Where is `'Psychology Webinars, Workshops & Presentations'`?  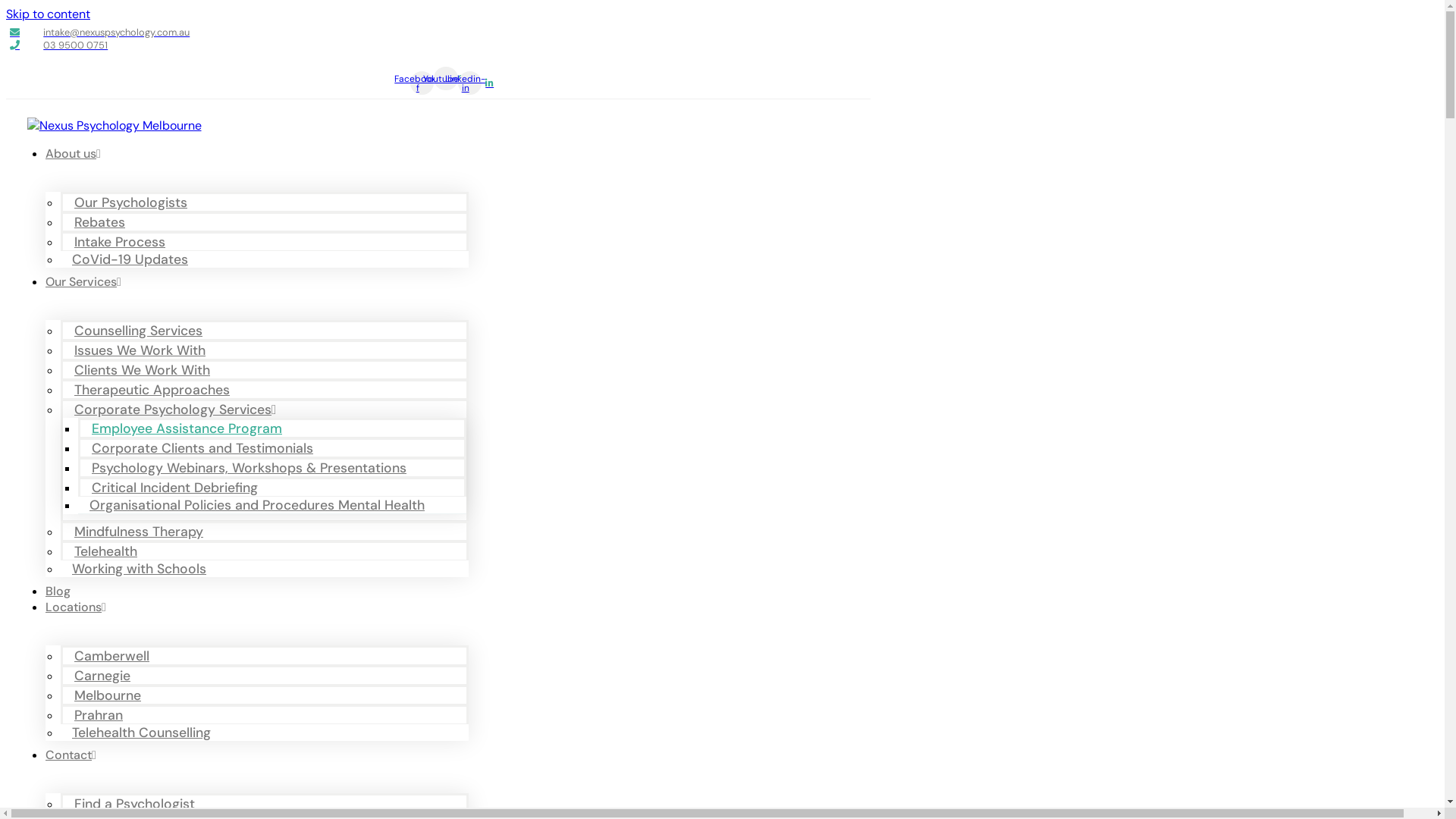
'Psychology Webinars, Workshops & Presentations' is located at coordinates (253, 467).